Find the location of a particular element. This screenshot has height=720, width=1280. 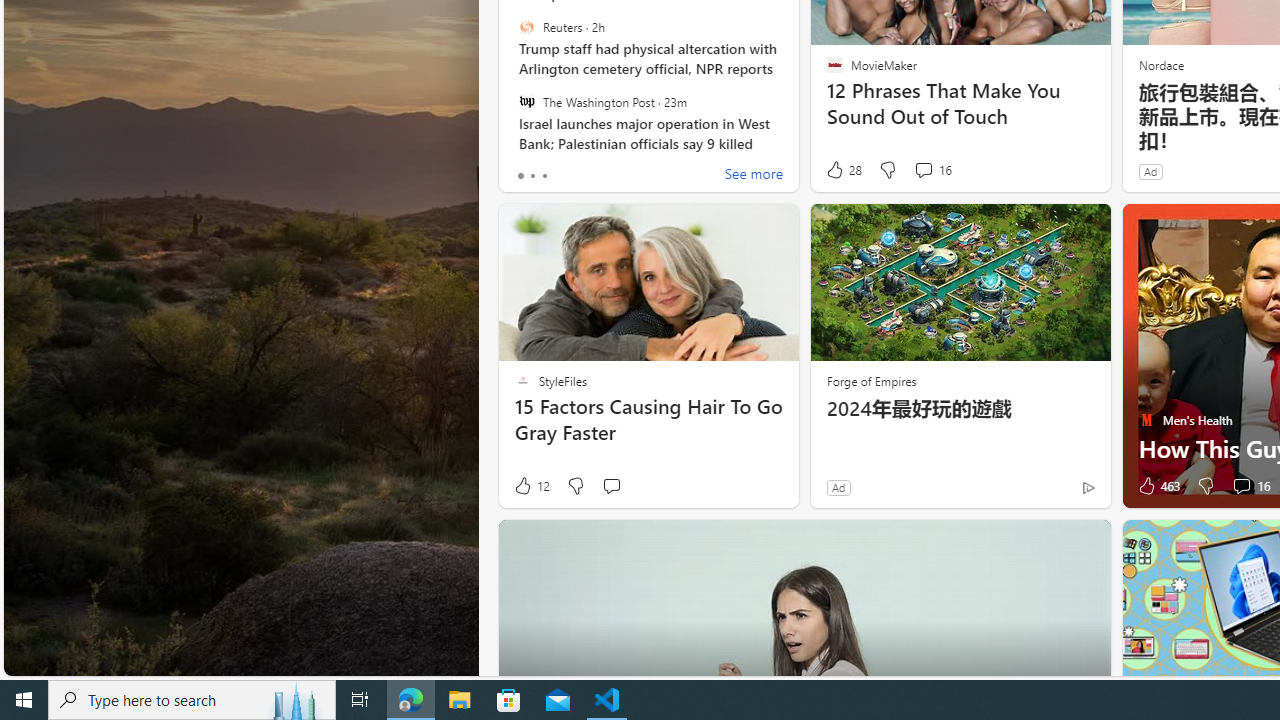

'463 Like' is located at coordinates (1157, 486).